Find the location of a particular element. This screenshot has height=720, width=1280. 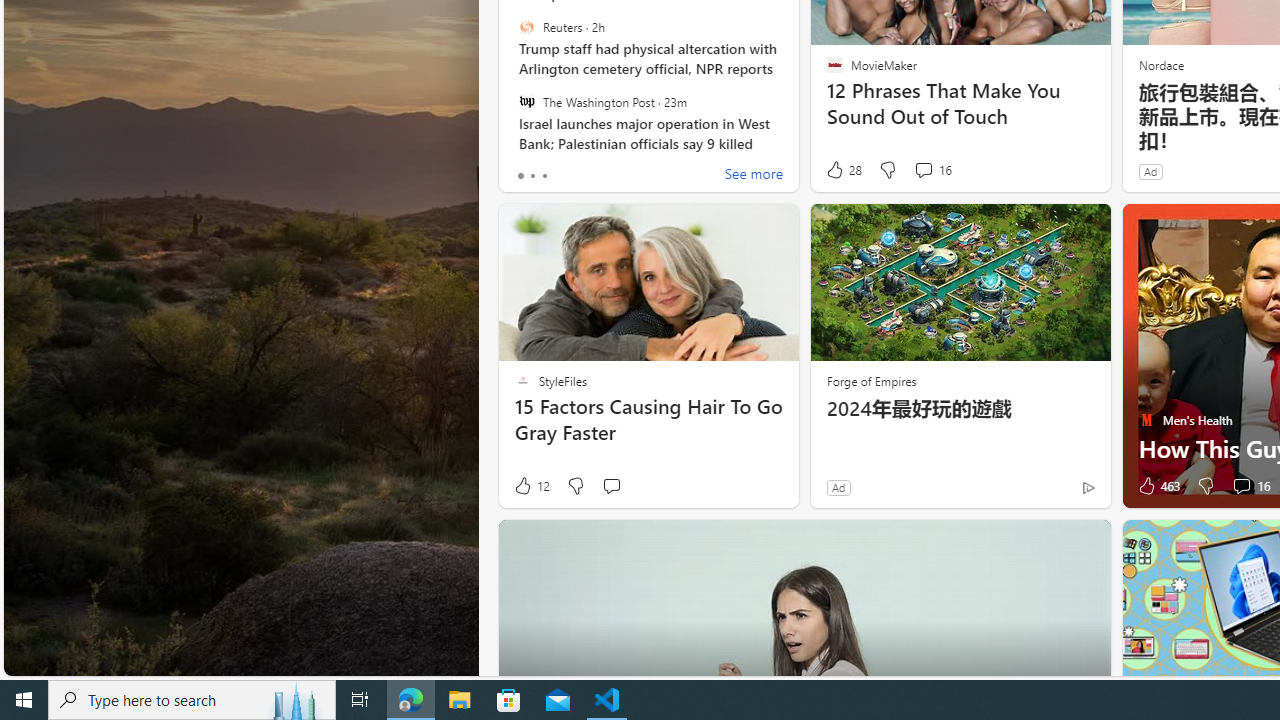

'463 Like' is located at coordinates (1157, 486).